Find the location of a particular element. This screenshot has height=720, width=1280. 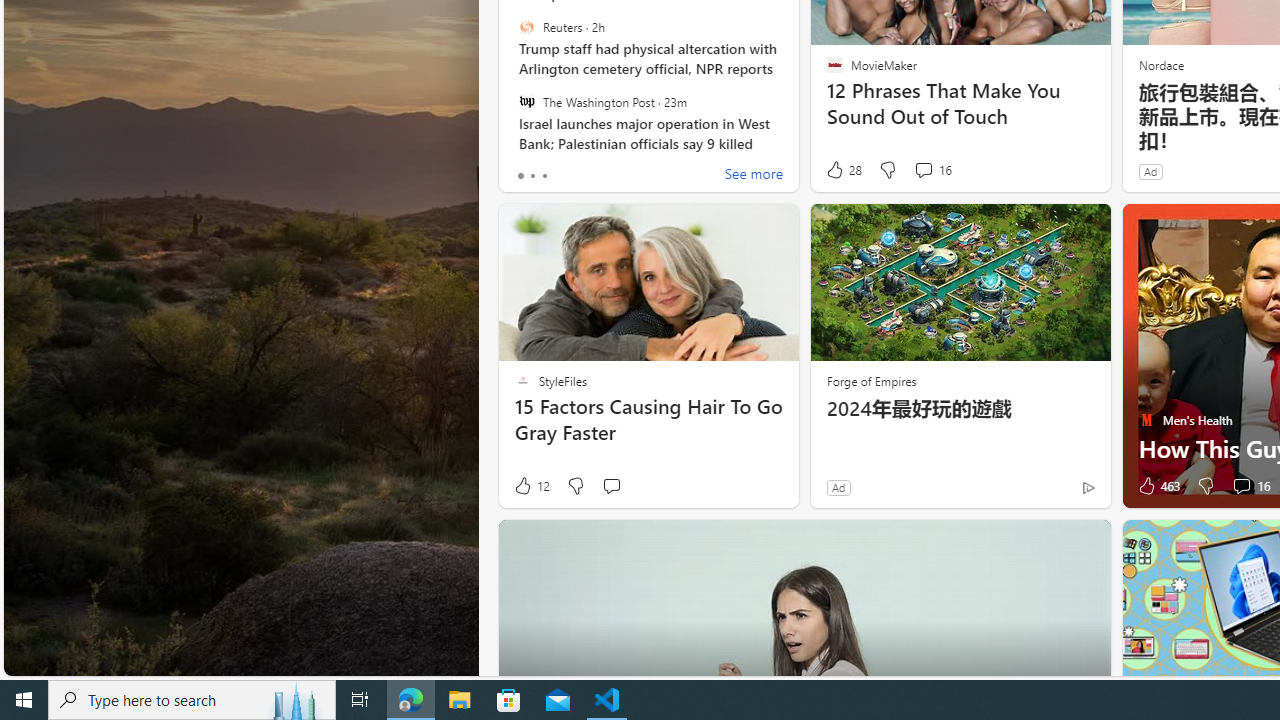

'463 Like' is located at coordinates (1157, 486).